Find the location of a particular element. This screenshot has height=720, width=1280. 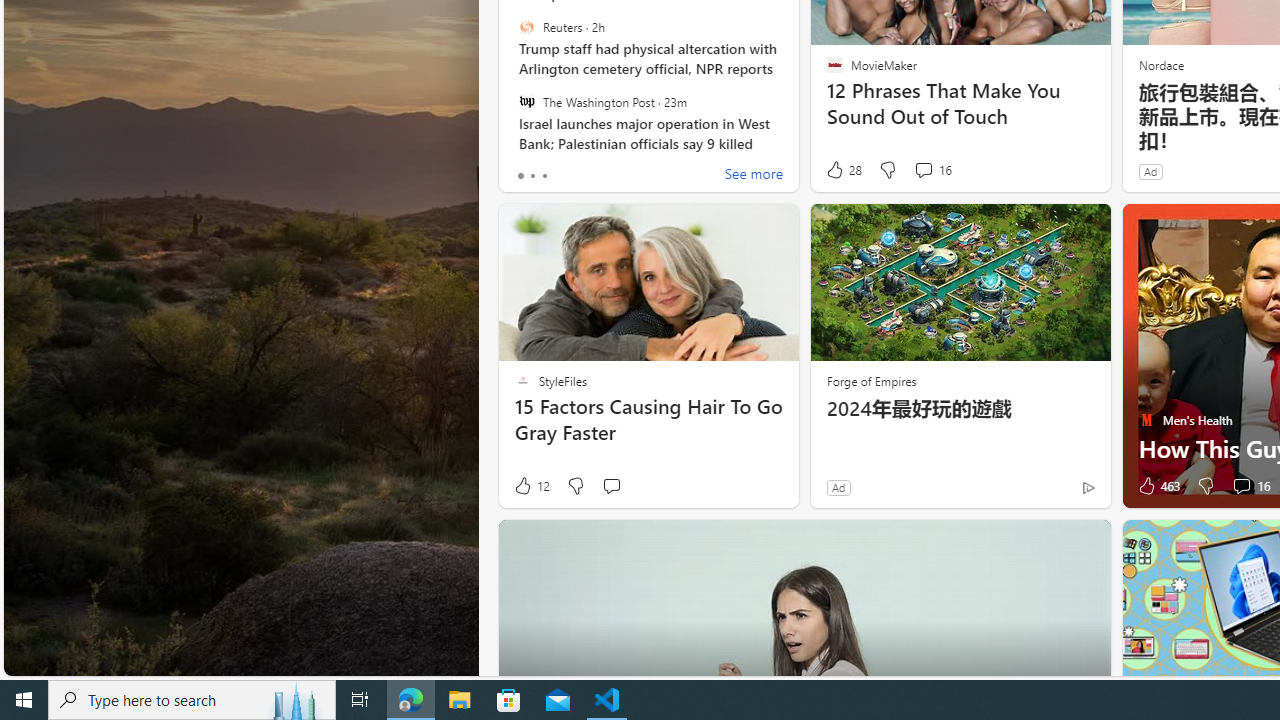

'463 Like' is located at coordinates (1157, 486).